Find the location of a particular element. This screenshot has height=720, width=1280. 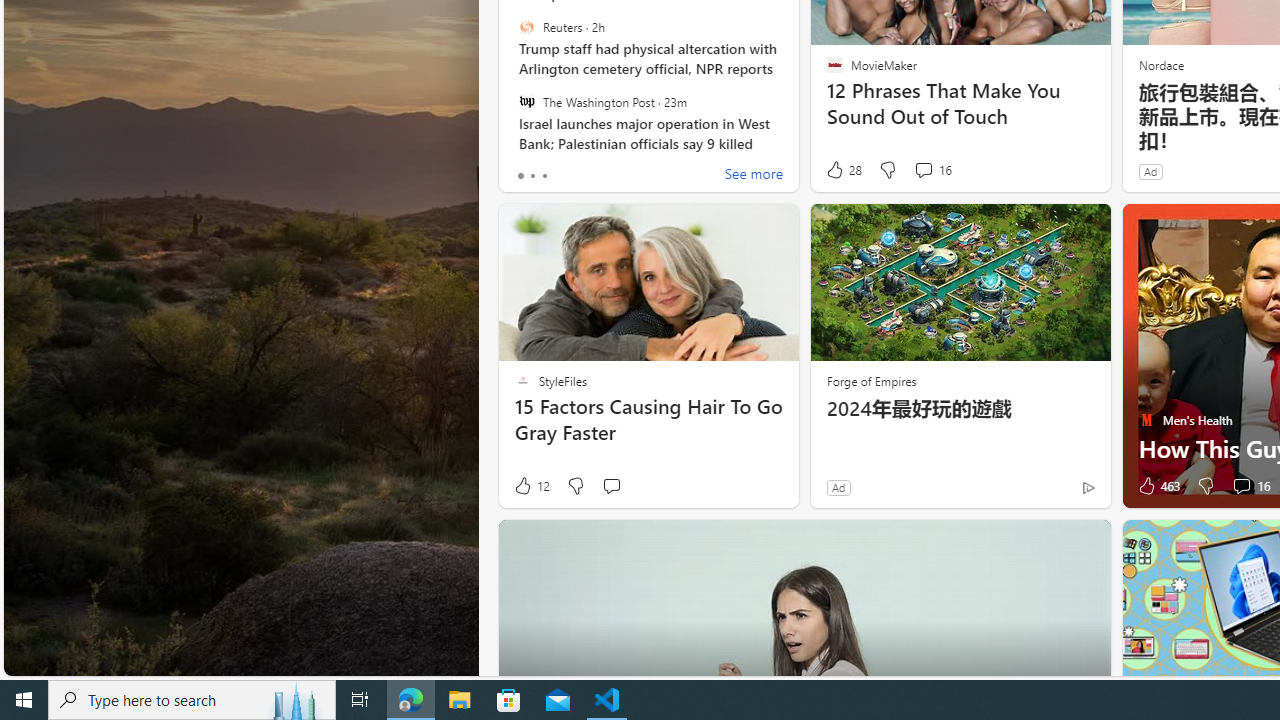

'463 Like' is located at coordinates (1157, 486).